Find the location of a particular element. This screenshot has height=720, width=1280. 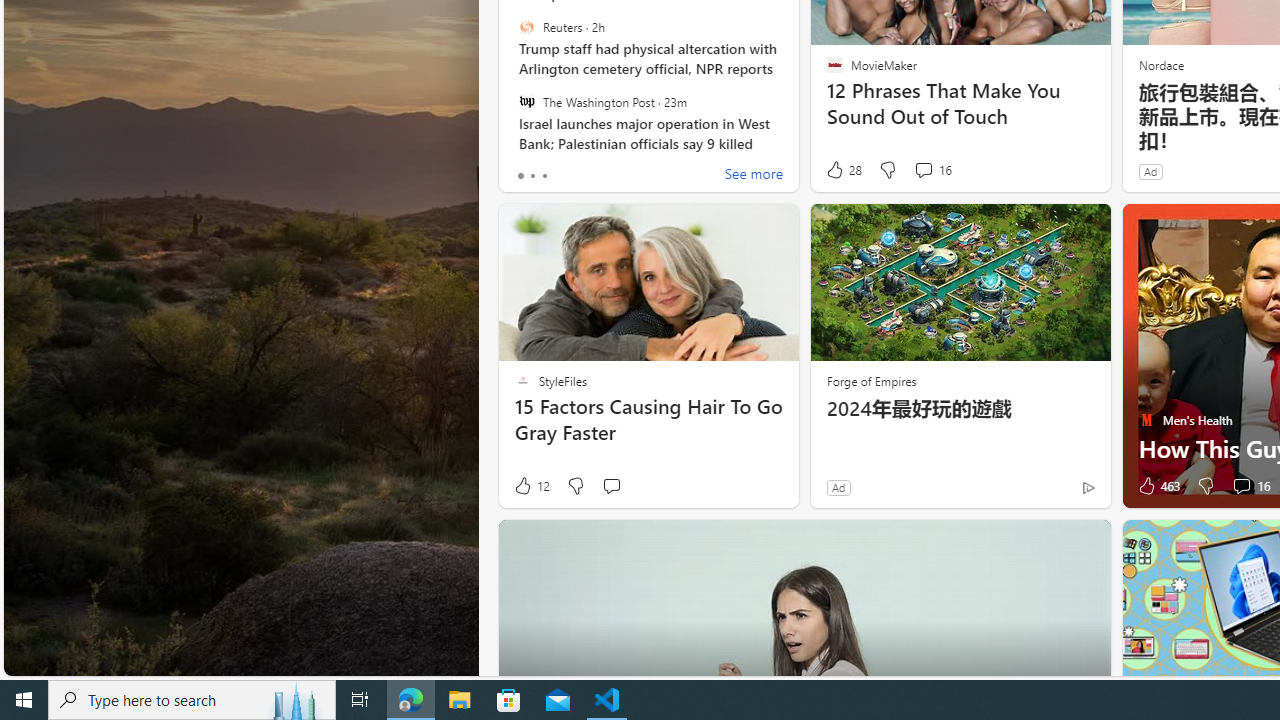

'463 Like' is located at coordinates (1157, 486).